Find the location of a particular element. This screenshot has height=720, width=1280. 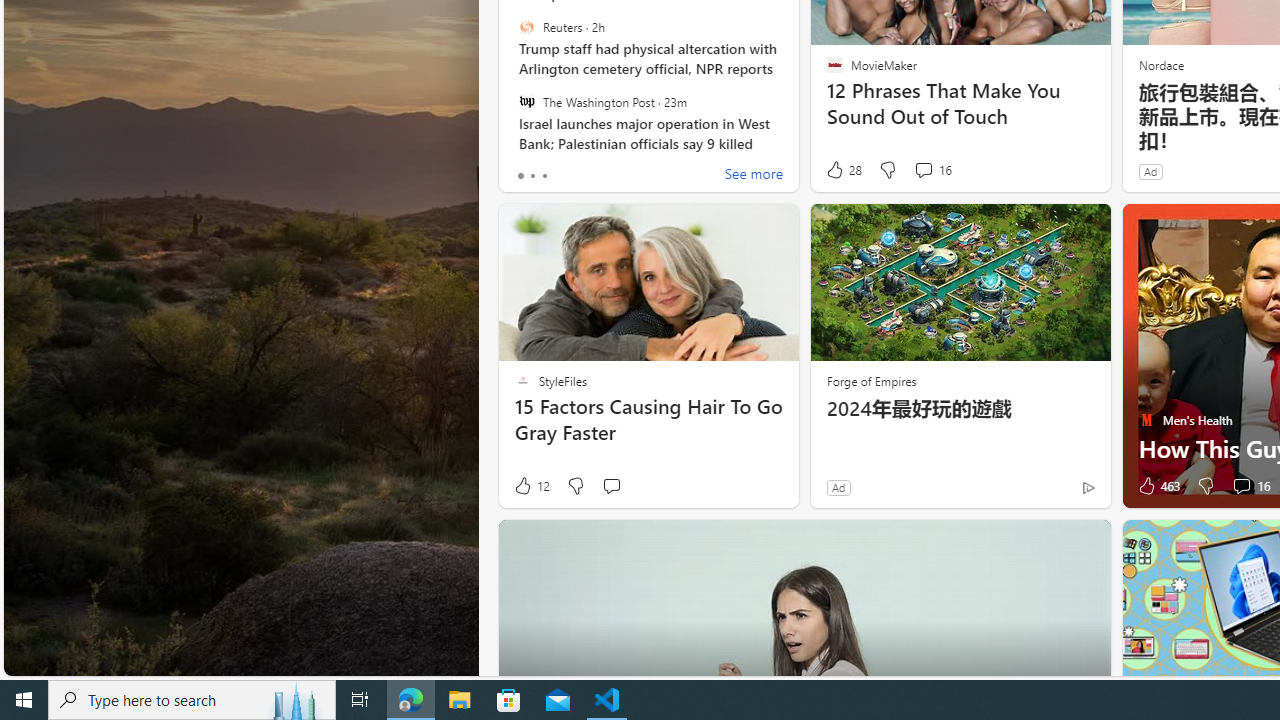

'463 Like' is located at coordinates (1157, 486).